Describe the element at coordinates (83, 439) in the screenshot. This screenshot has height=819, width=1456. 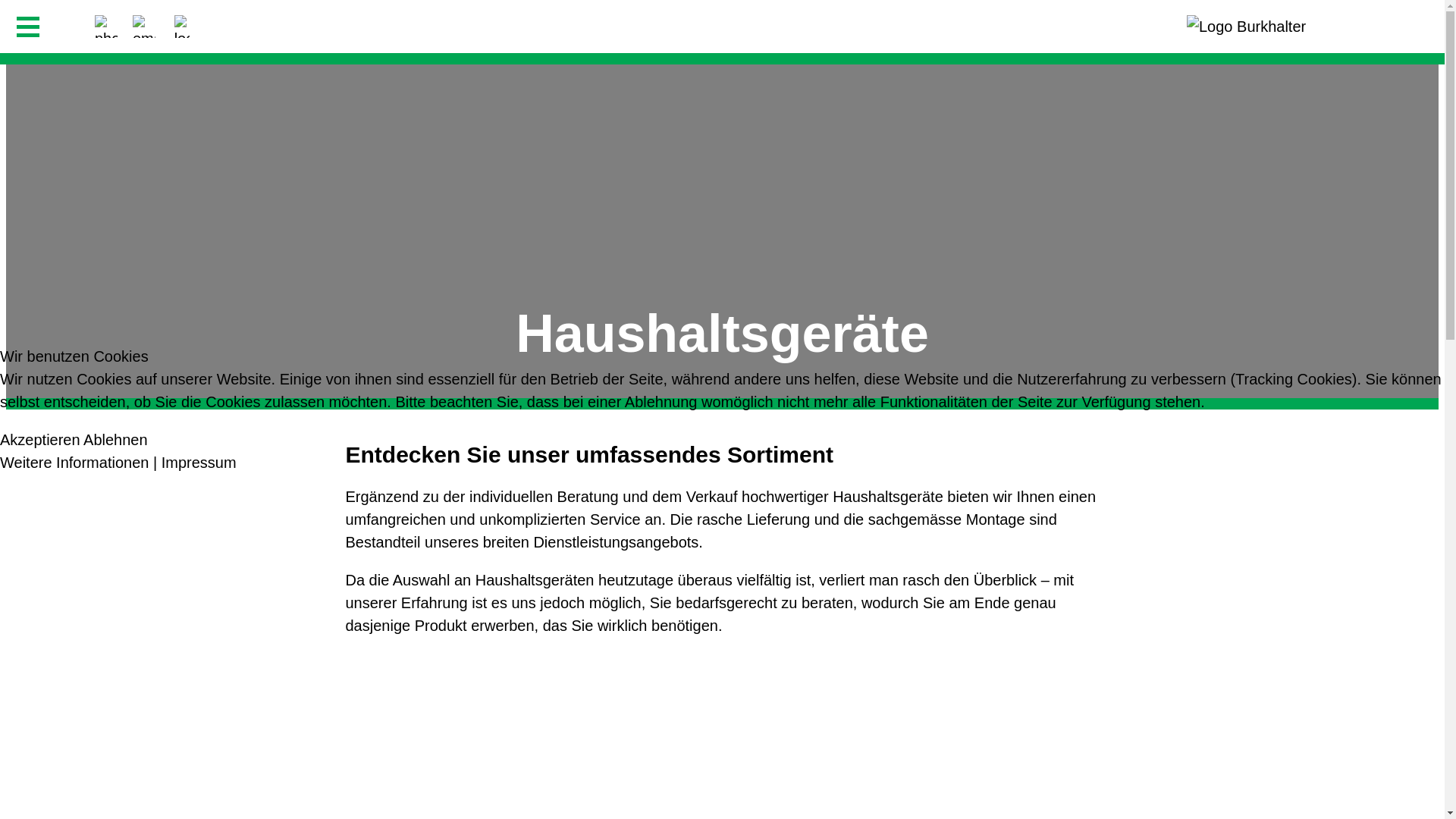
I see `'Ablehnen'` at that location.